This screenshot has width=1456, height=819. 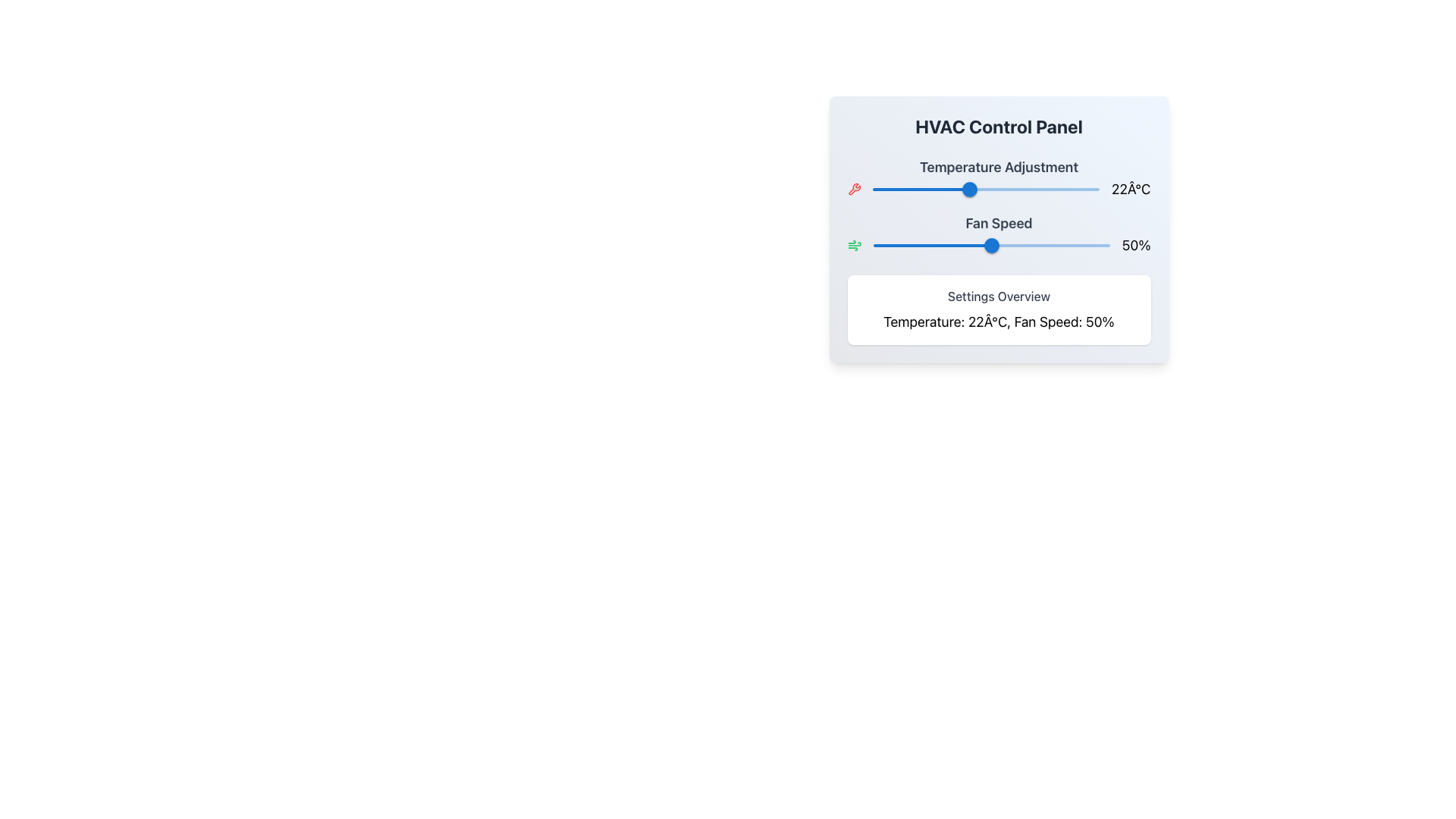 I want to click on the slider value, so click(x=922, y=245).